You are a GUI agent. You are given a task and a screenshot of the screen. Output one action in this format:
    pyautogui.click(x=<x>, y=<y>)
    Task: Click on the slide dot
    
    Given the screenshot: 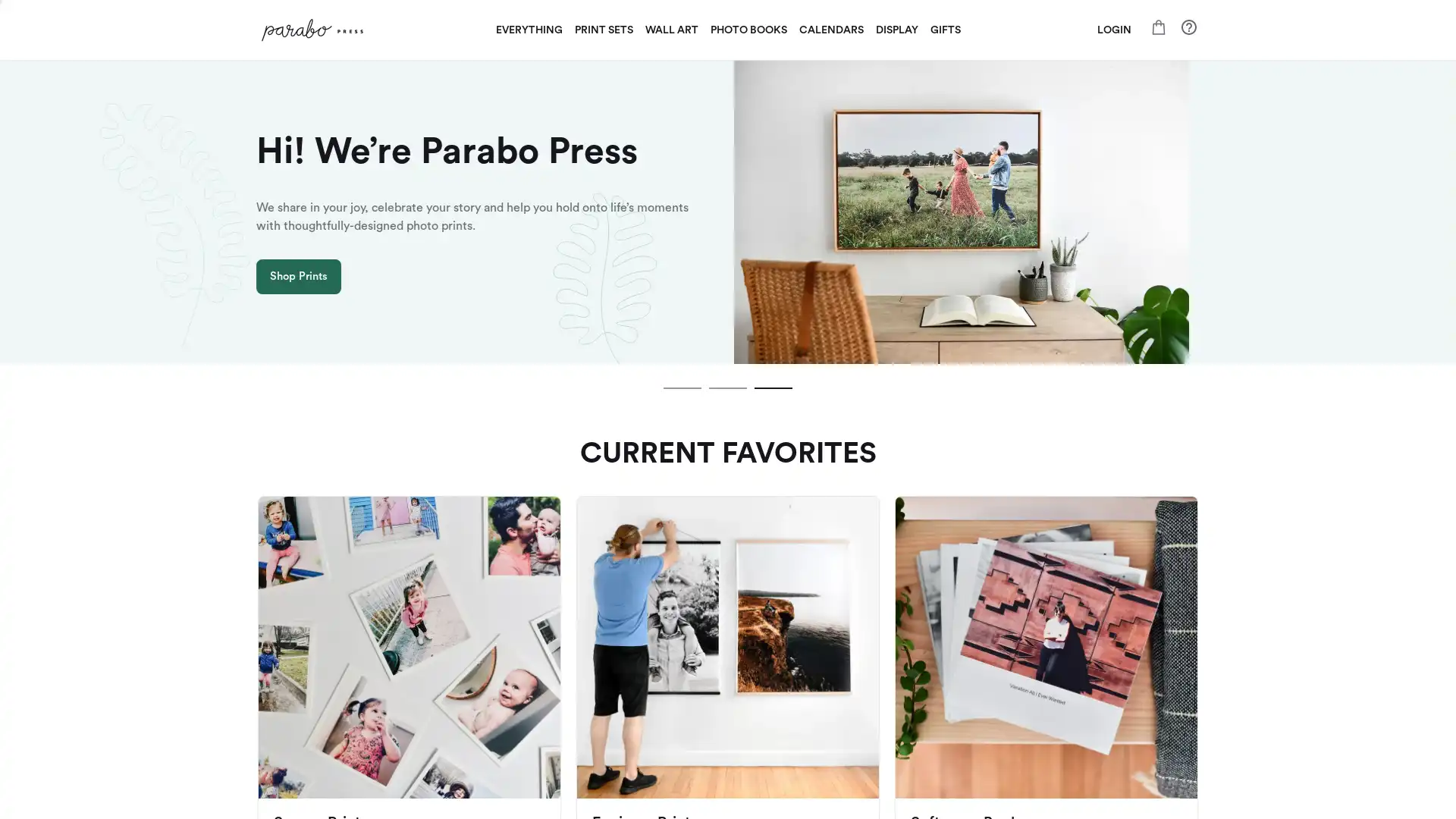 What is the action you would take?
    pyautogui.click(x=728, y=388)
    